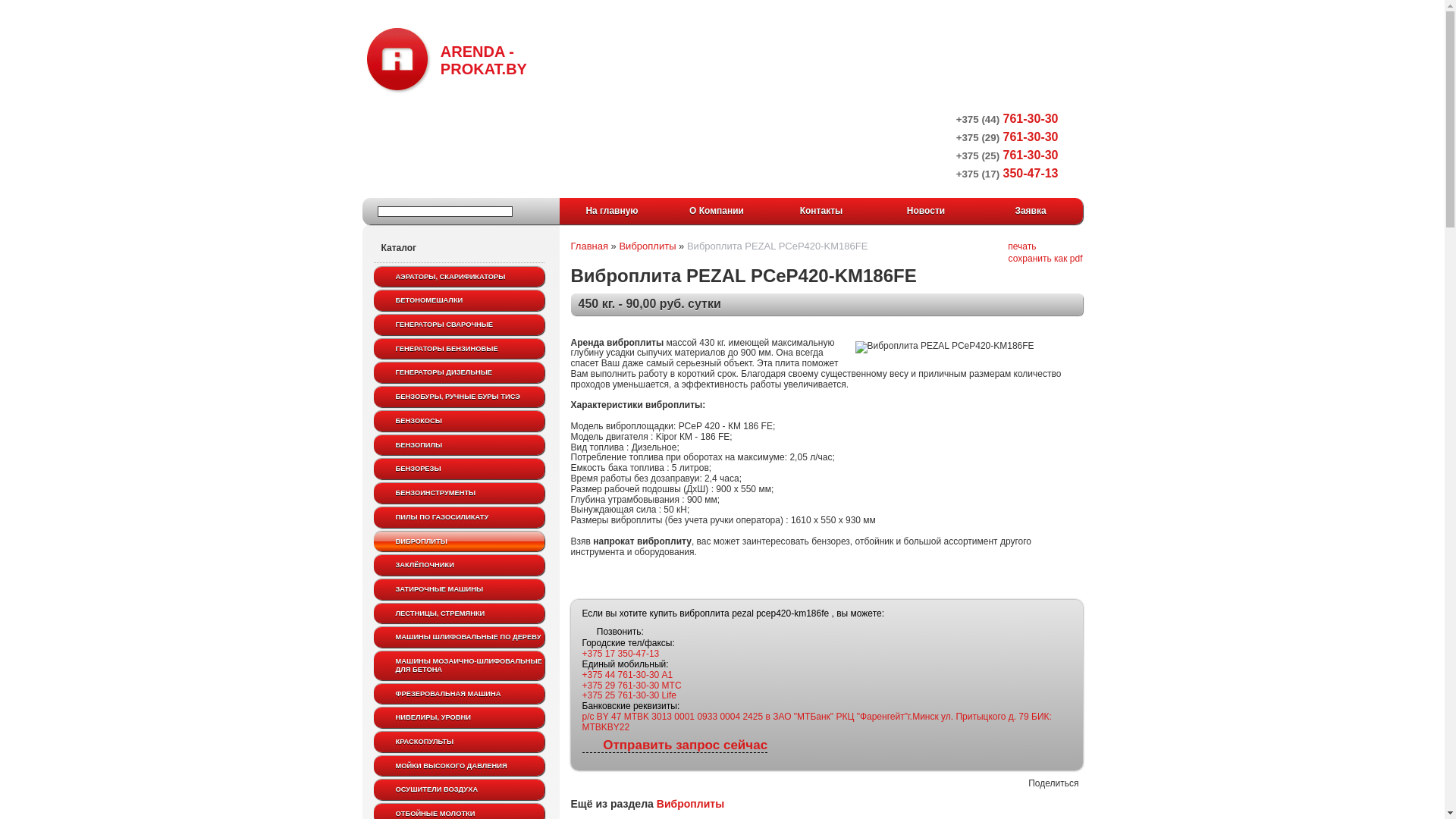 The height and width of the screenshot is (819, 1456). Describe the element at coordinates (628, 674) in the screenshot. I see `'+375 44 761-30-30 A1'` at that location.